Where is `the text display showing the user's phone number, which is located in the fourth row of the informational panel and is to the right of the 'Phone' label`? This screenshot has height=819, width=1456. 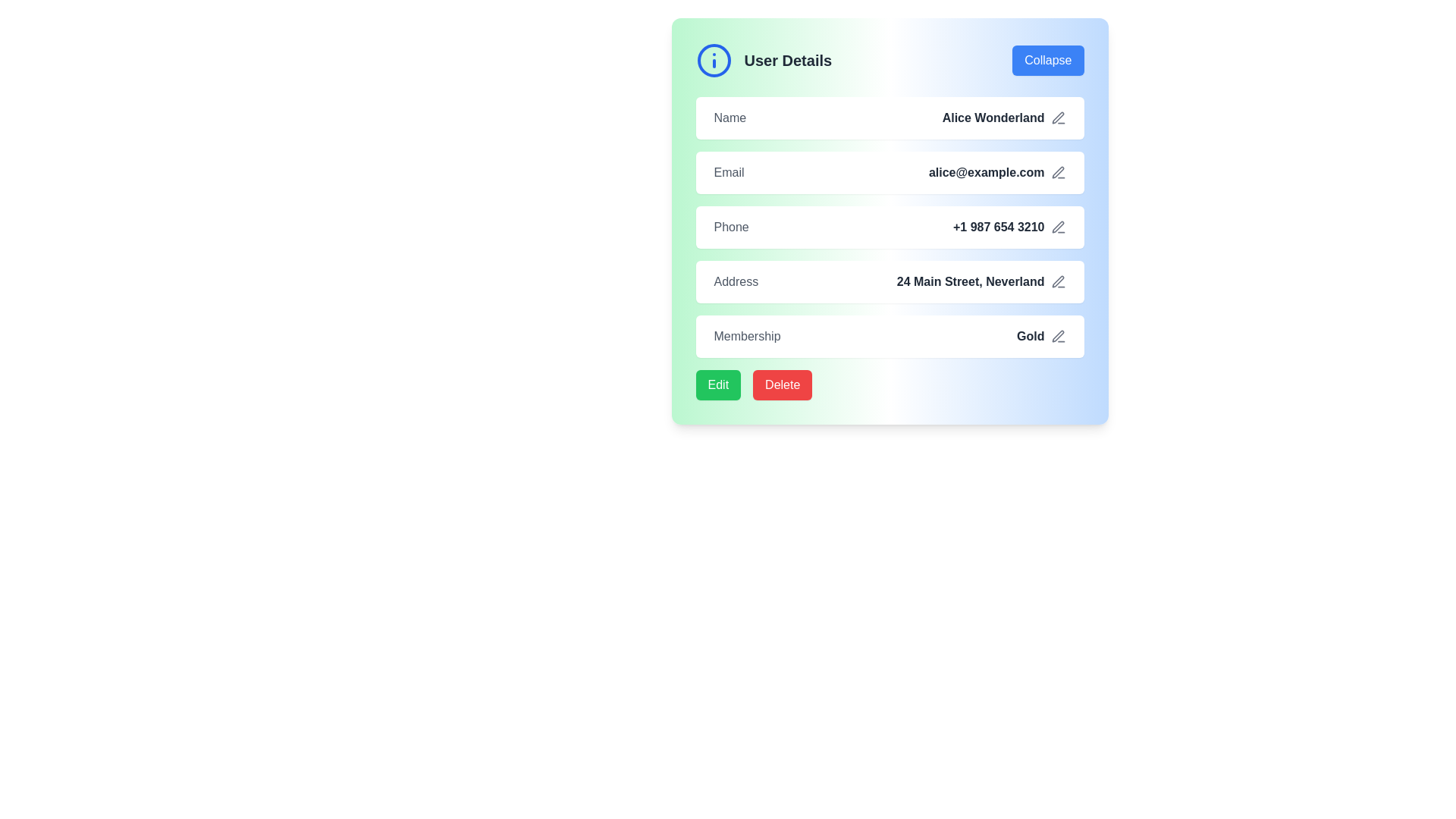 the text display showing the user's phone number, which is located in the fourth row of the informational panel and is to the right of the 'Phone' label is located at coordinates (1009, 227).